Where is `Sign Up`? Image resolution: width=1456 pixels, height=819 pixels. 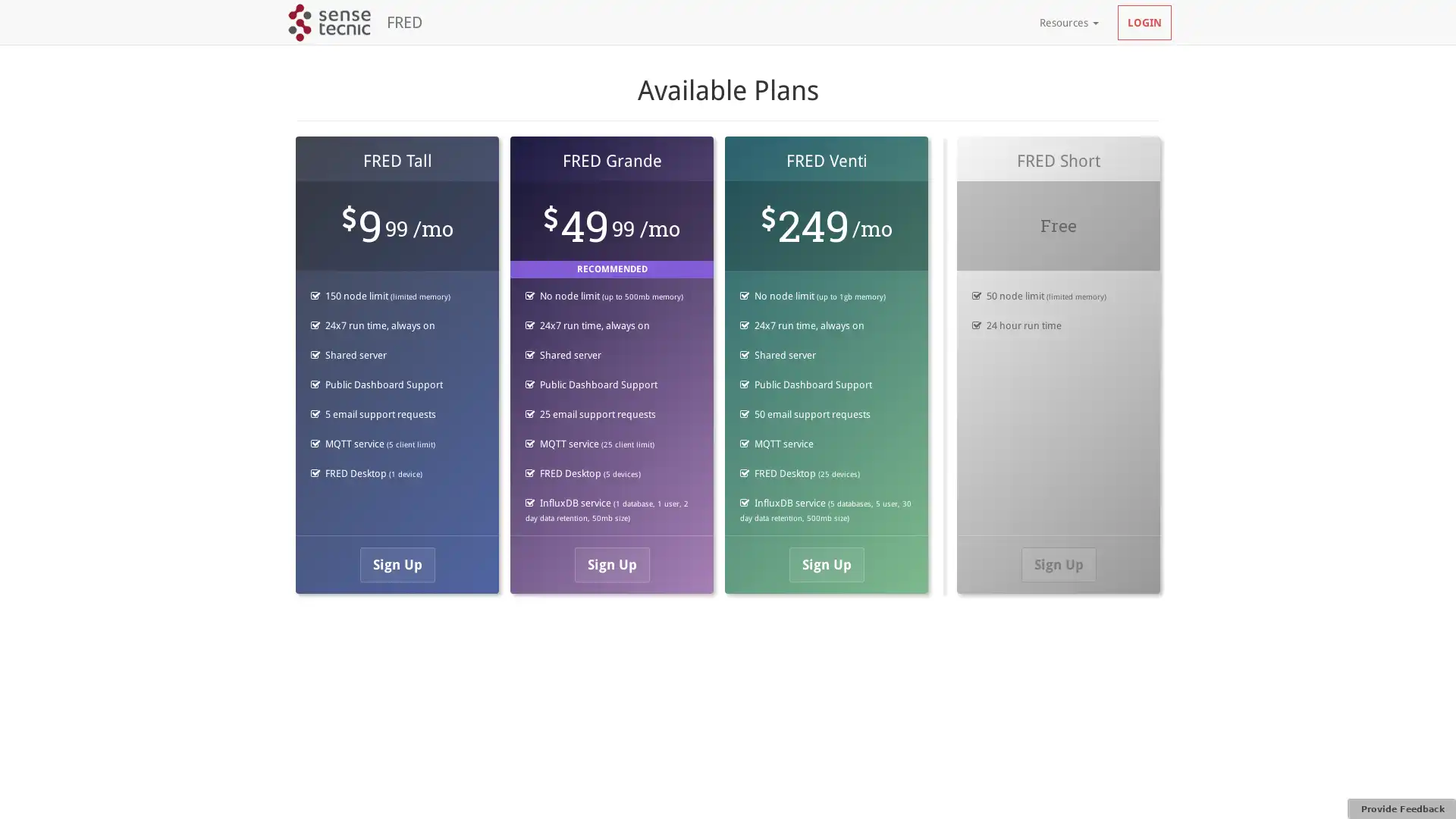 Sign Up is located at coordinates (397, 564).